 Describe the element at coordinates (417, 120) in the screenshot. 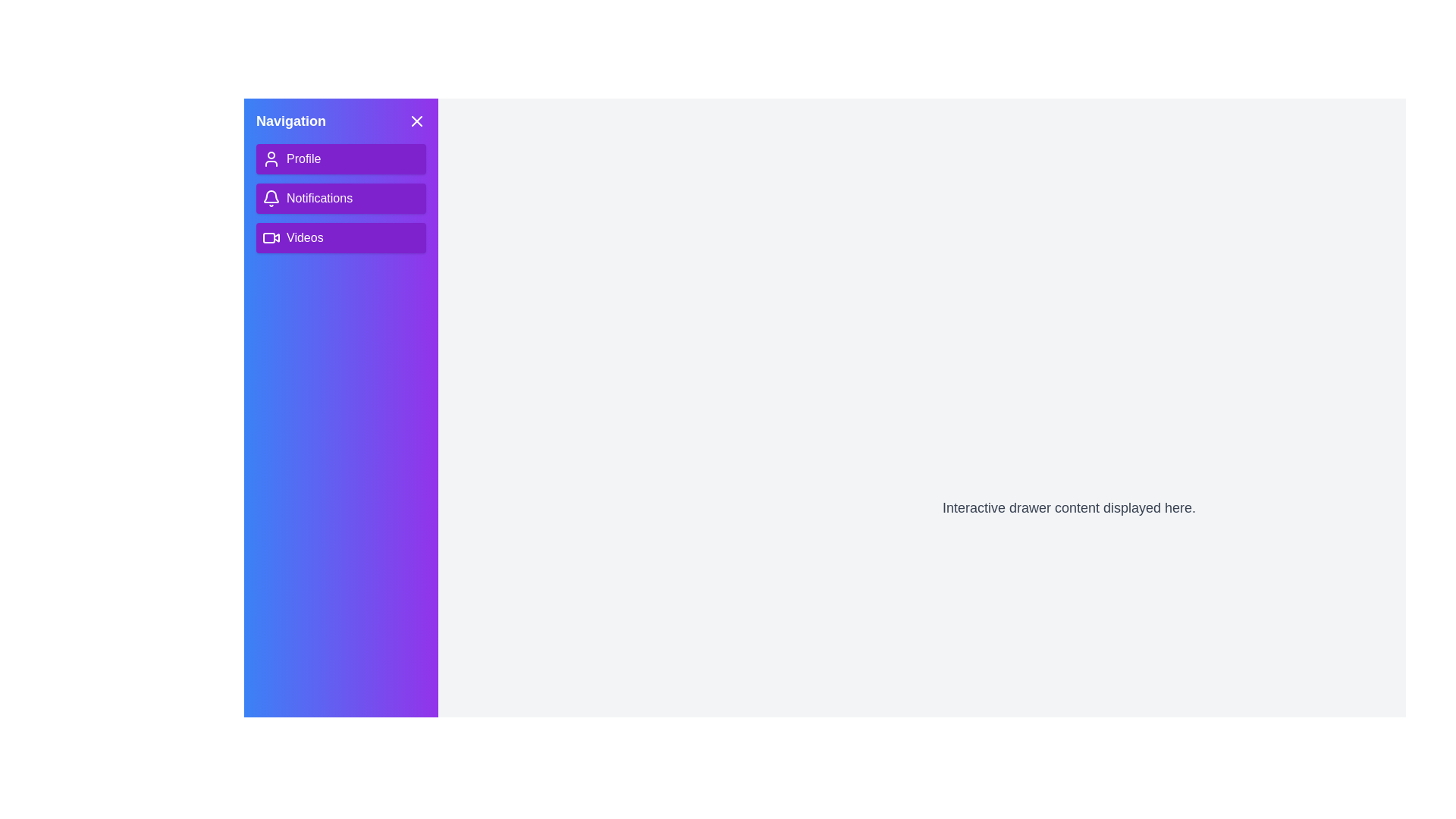

I see `the close button (X icon) to toggle the visibility of the drawer` at that location.